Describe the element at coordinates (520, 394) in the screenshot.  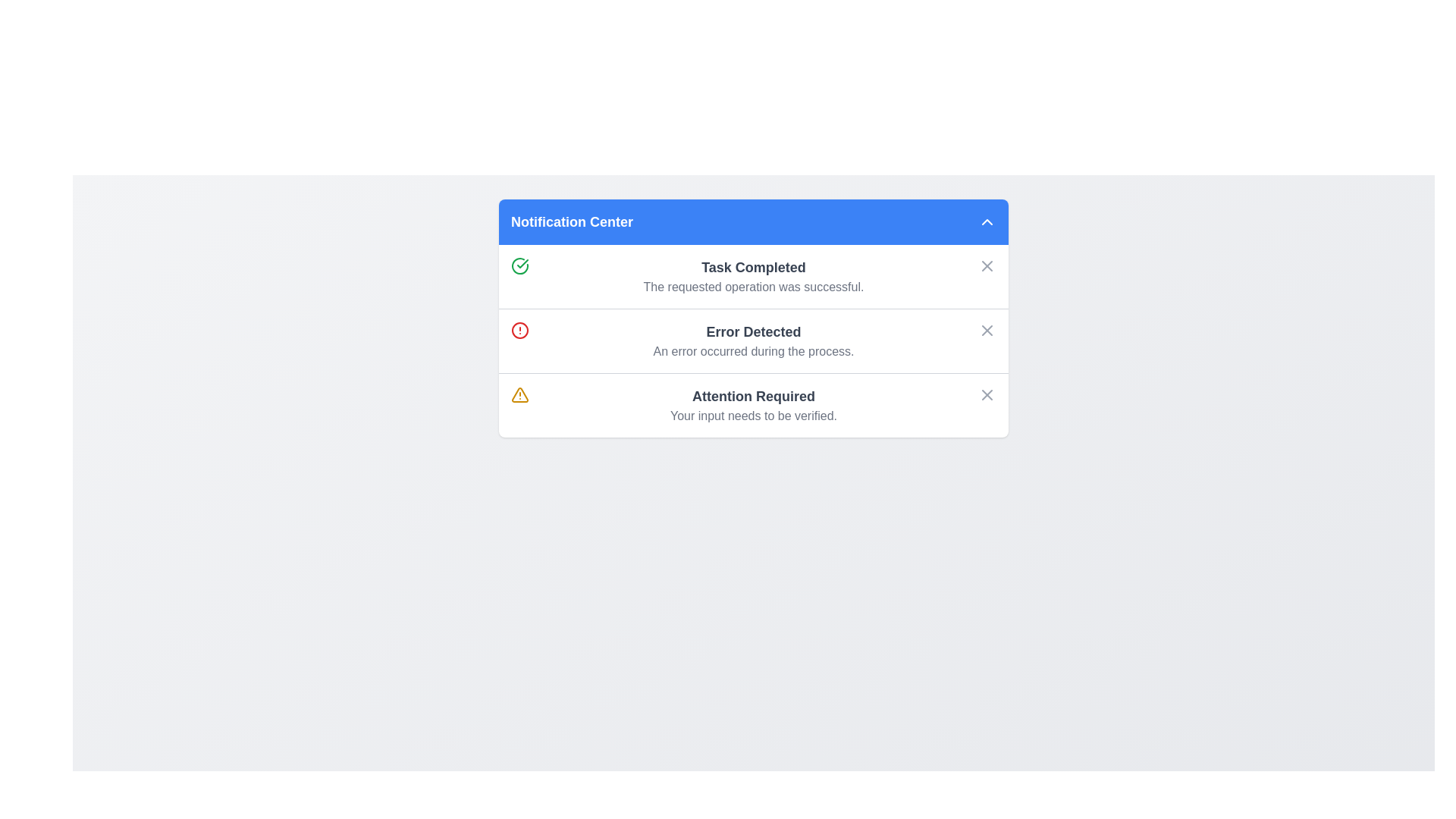
I see `SVG icon with a warning triangle shape located in the 'Attention Required' notification card by using the developer tools` at that location.